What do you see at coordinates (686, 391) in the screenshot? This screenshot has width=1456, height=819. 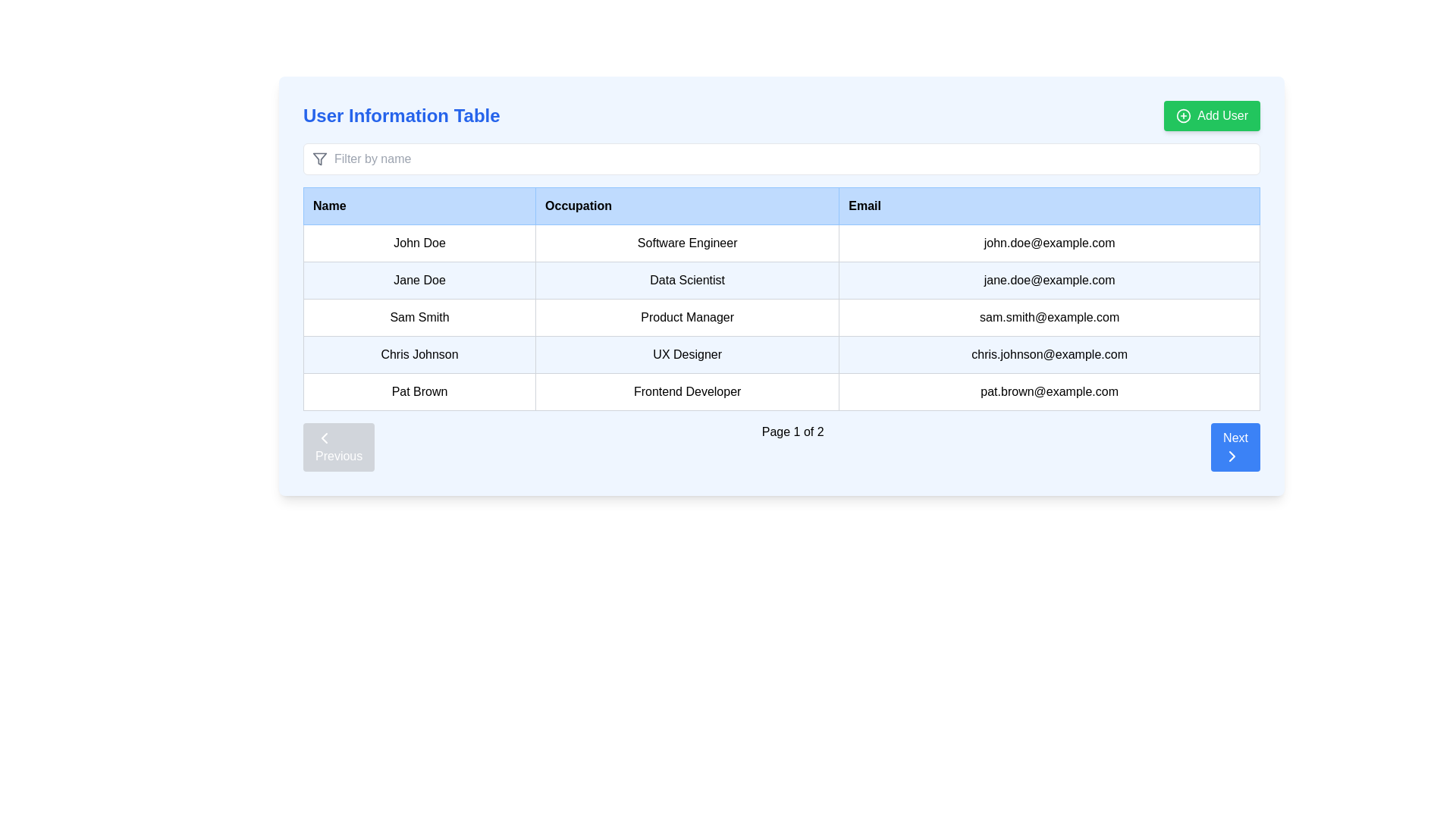 I see `the Text label displaying the job title 'Frontend Developer' for the user Pat Brown, located in the 'Occupation' column of the User Information Table` at bounding box center [686, 391].